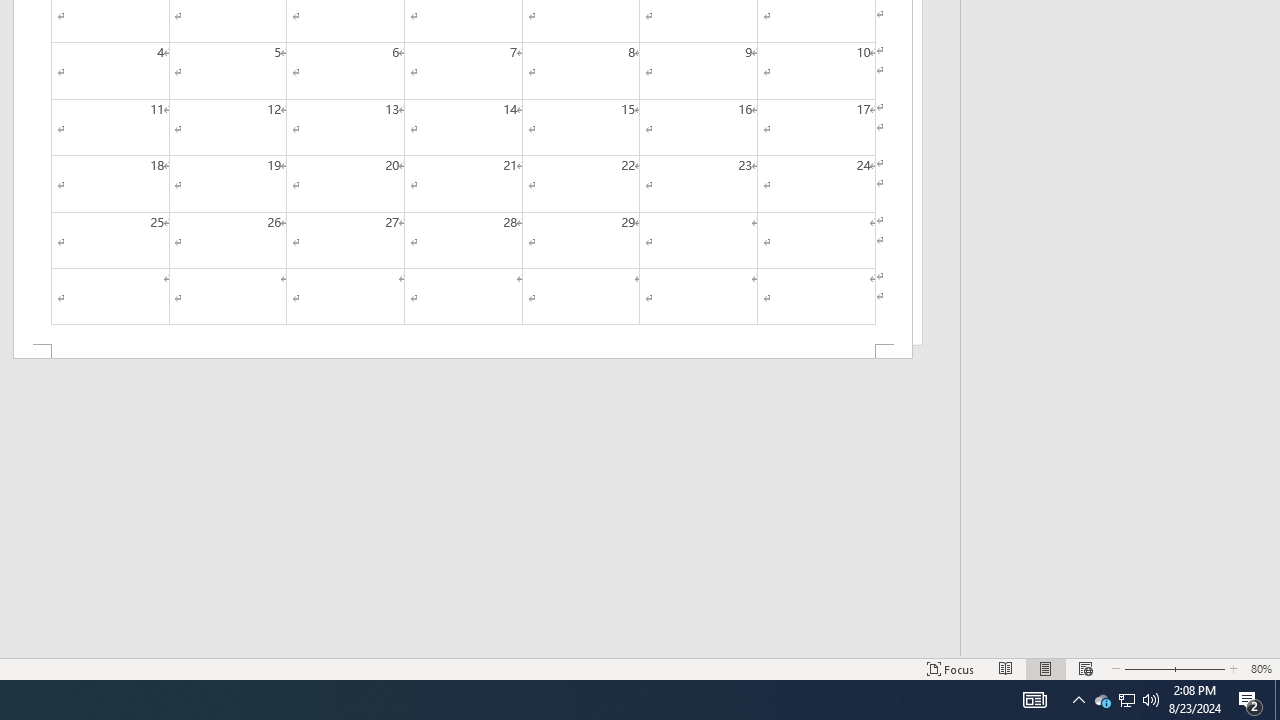 This screenshot has height=720, width=1280. What do you see at coordinates (461, 350) in the screenshot?
I see `'Footer -Section 2-'` at bounding box center [461, 350].